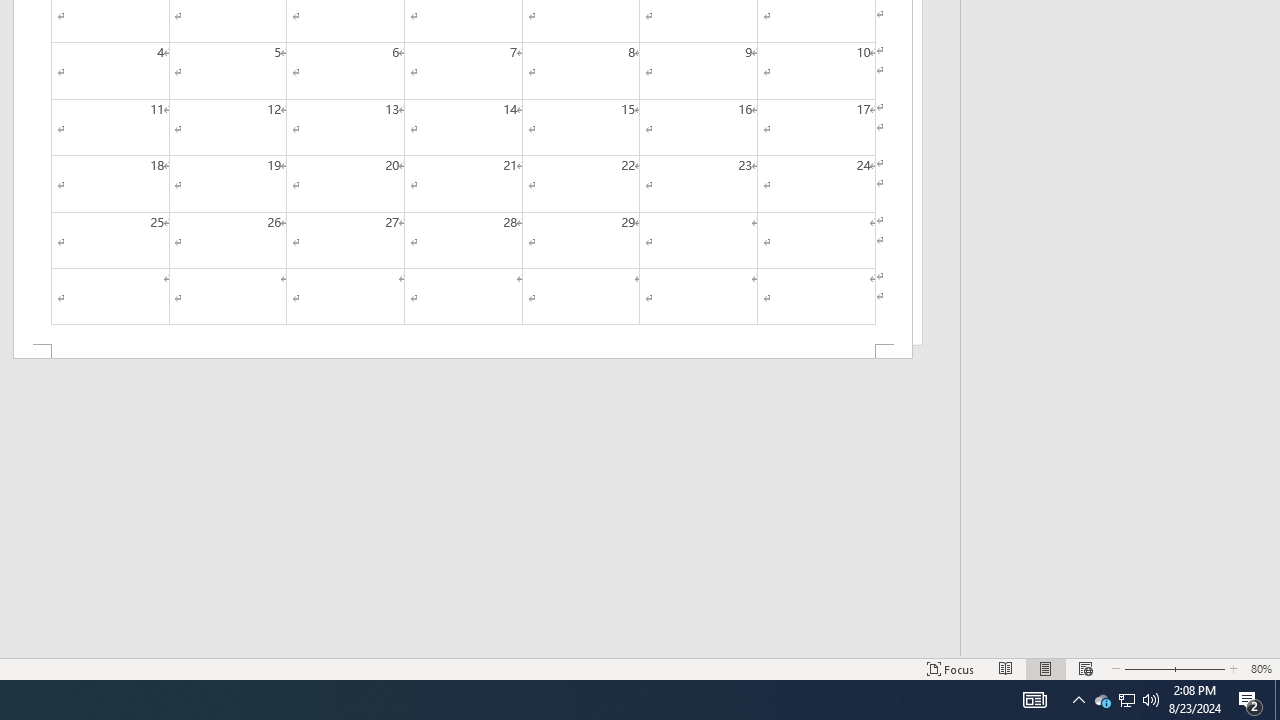 This screenshot has height=720, width=1280. What do you see at coordinates (461, 350) in the screenshot?
I see `'Footer -Section 2-'` at bounding box center [461, 350].